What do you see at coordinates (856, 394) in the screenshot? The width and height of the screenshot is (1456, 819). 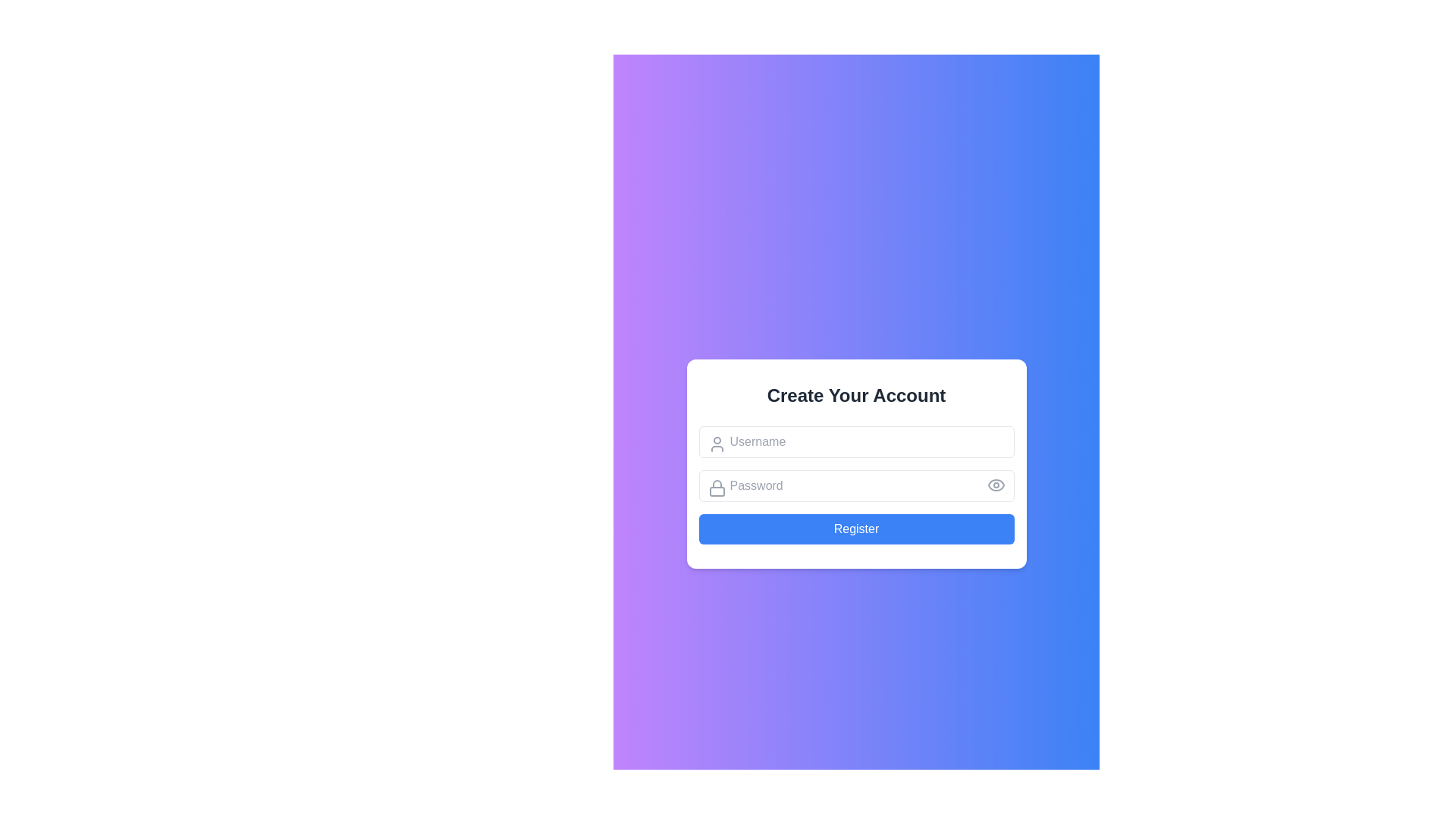 I see `the static text header that serves as the title for the registration form, which is centrally positioned above the input fields and buttons` at bounding box center [856, 394].